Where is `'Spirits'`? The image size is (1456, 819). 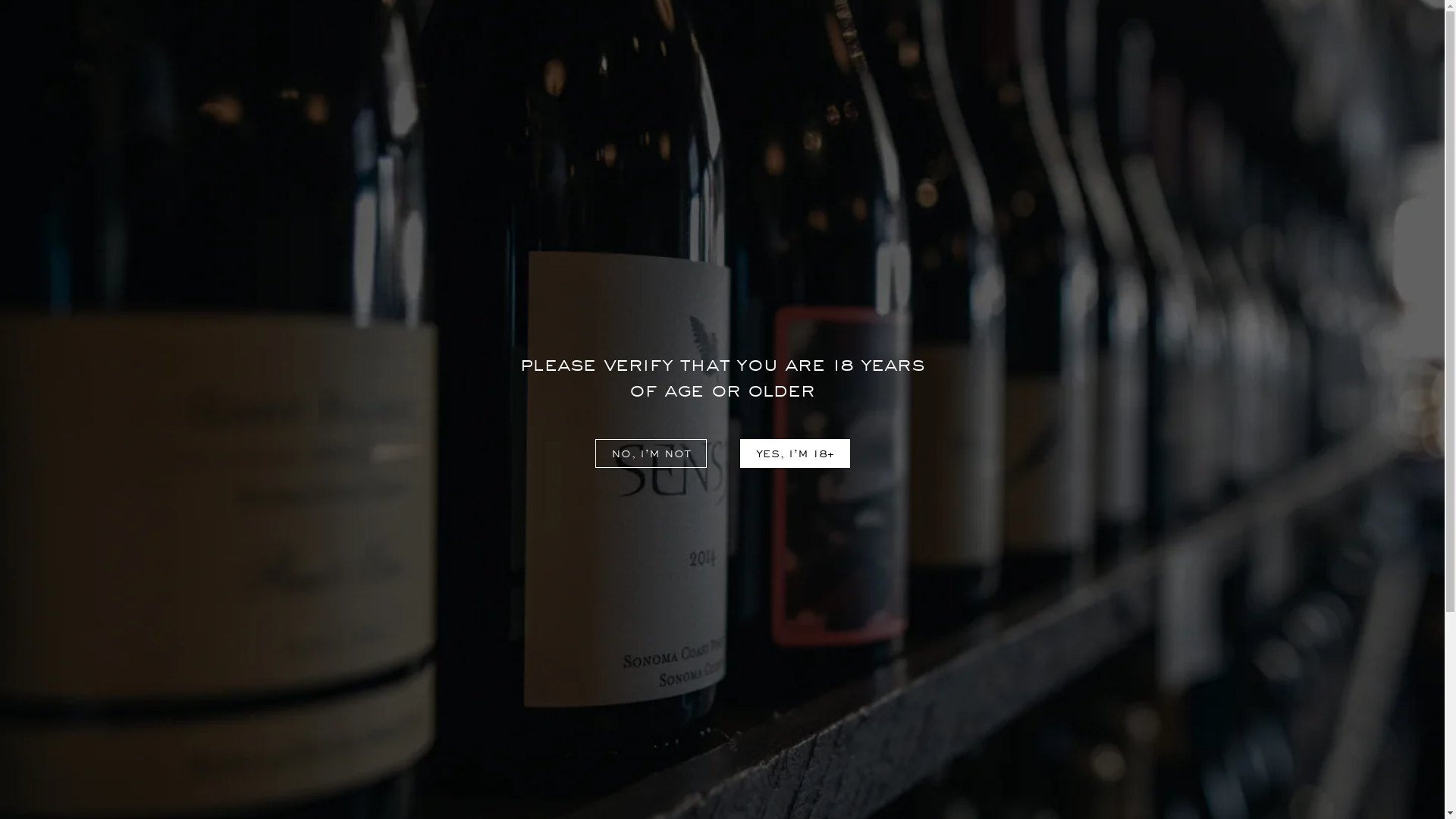
'Spirits' is located at coordinates (839, 87).